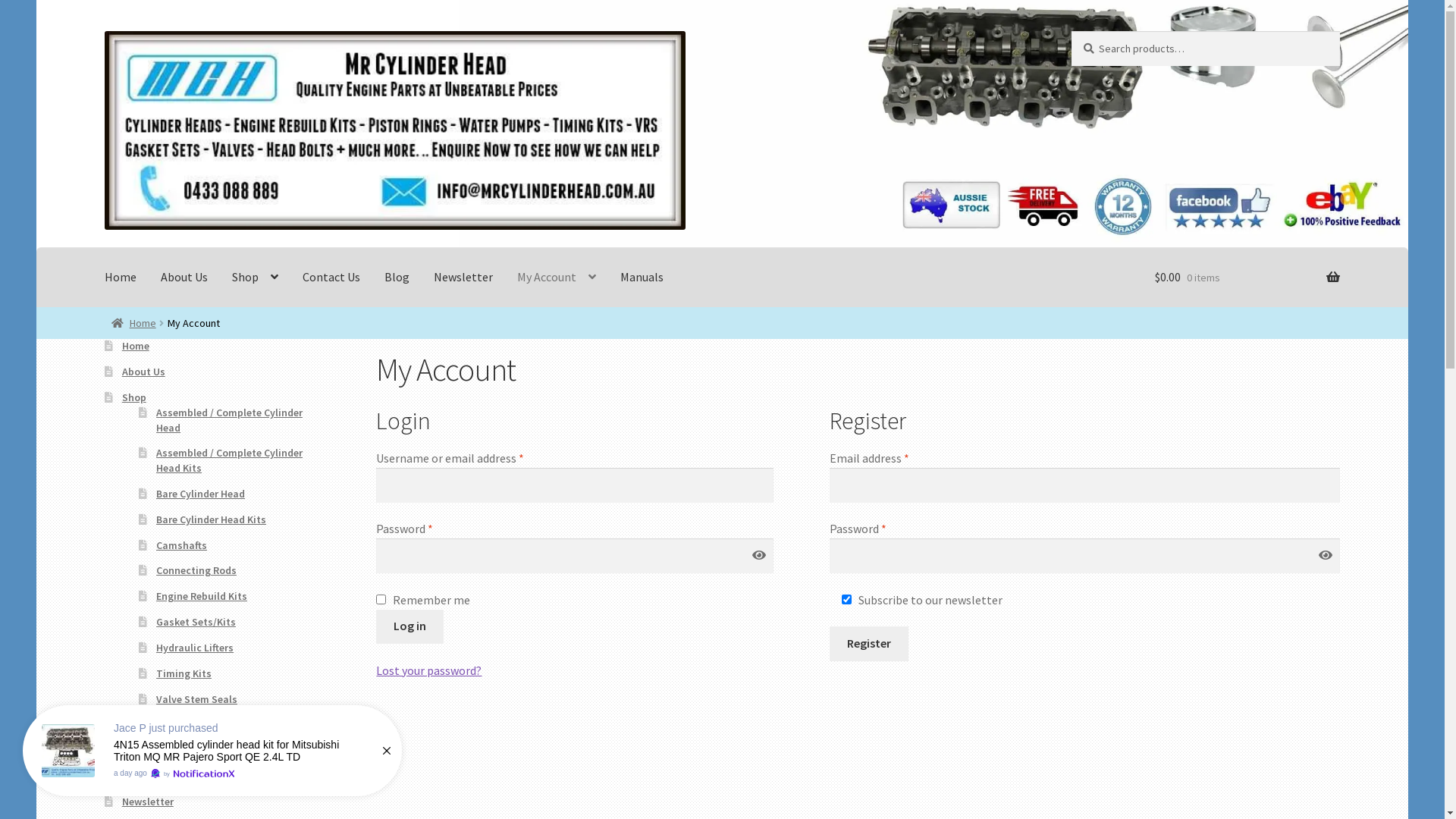 The image size is (1456, 819). Describe the element at coordinates (556, 277) in the screenshot. I see `'My Account'` at that location.